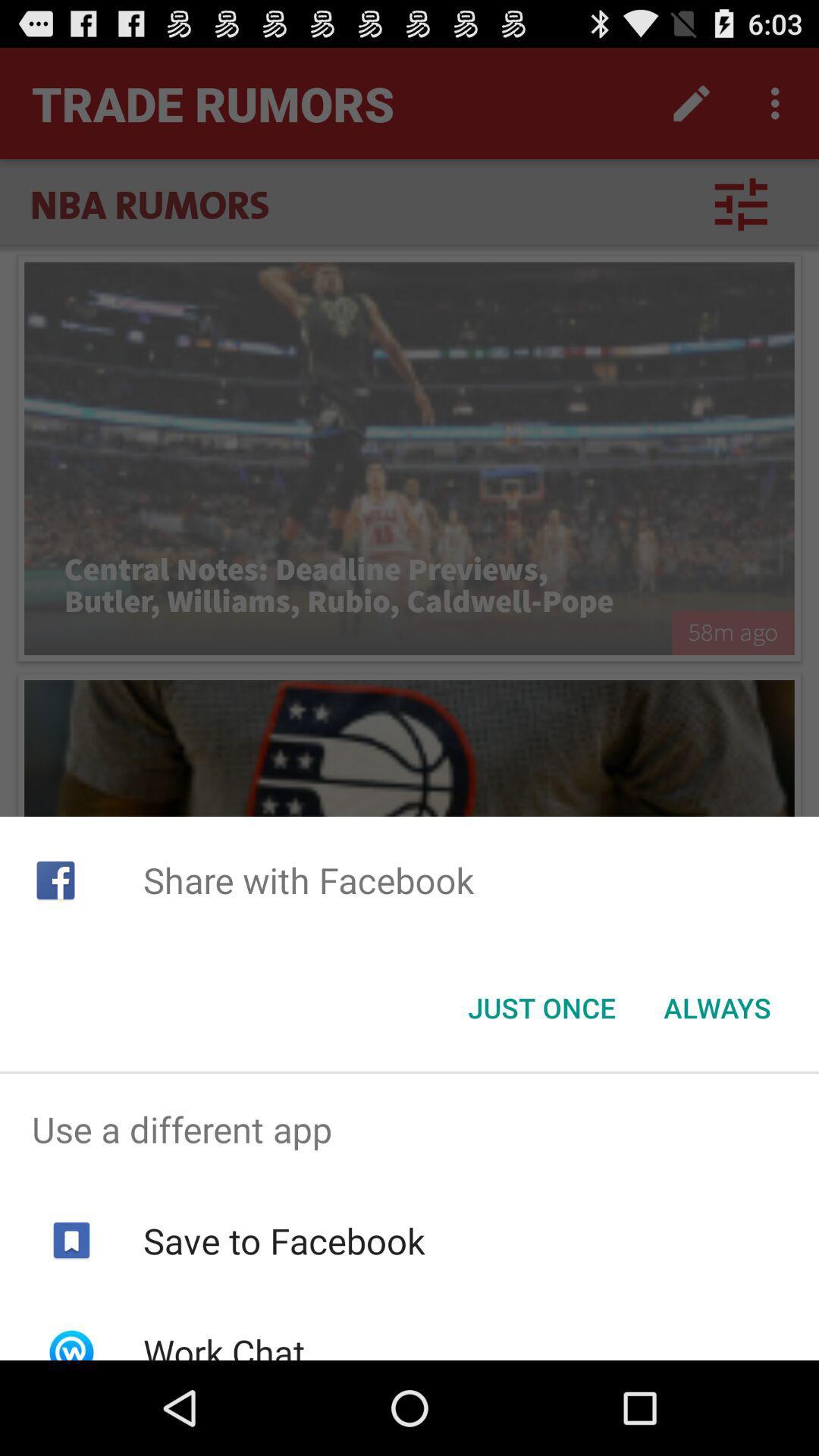 This screenshot has width=819, height=1456. What do you see at coordinates (541, 1008) in the screenshot?
I see `the just once icon` at bounding box center [541, 1008].